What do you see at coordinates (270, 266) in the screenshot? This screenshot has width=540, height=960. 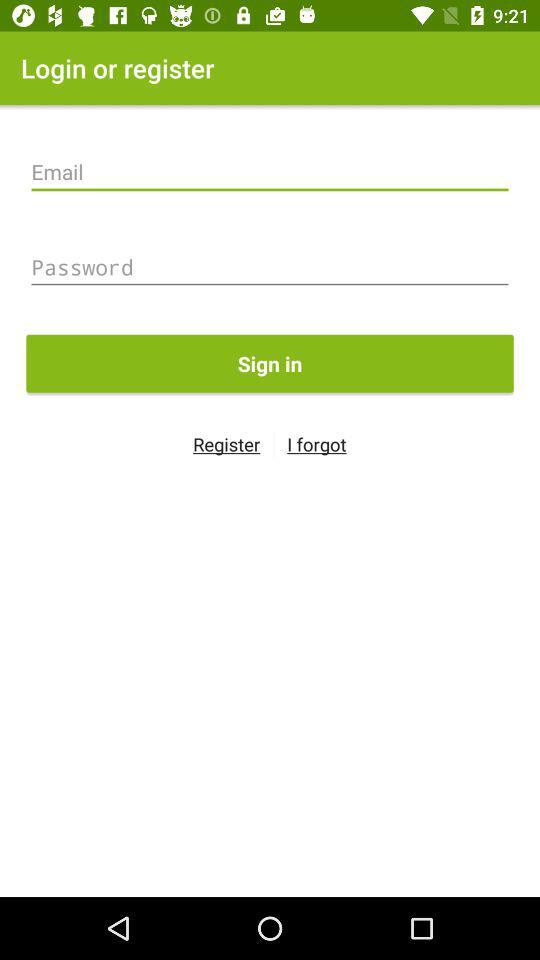 I see `item above sign in icon` at bounding box center [270, 266].